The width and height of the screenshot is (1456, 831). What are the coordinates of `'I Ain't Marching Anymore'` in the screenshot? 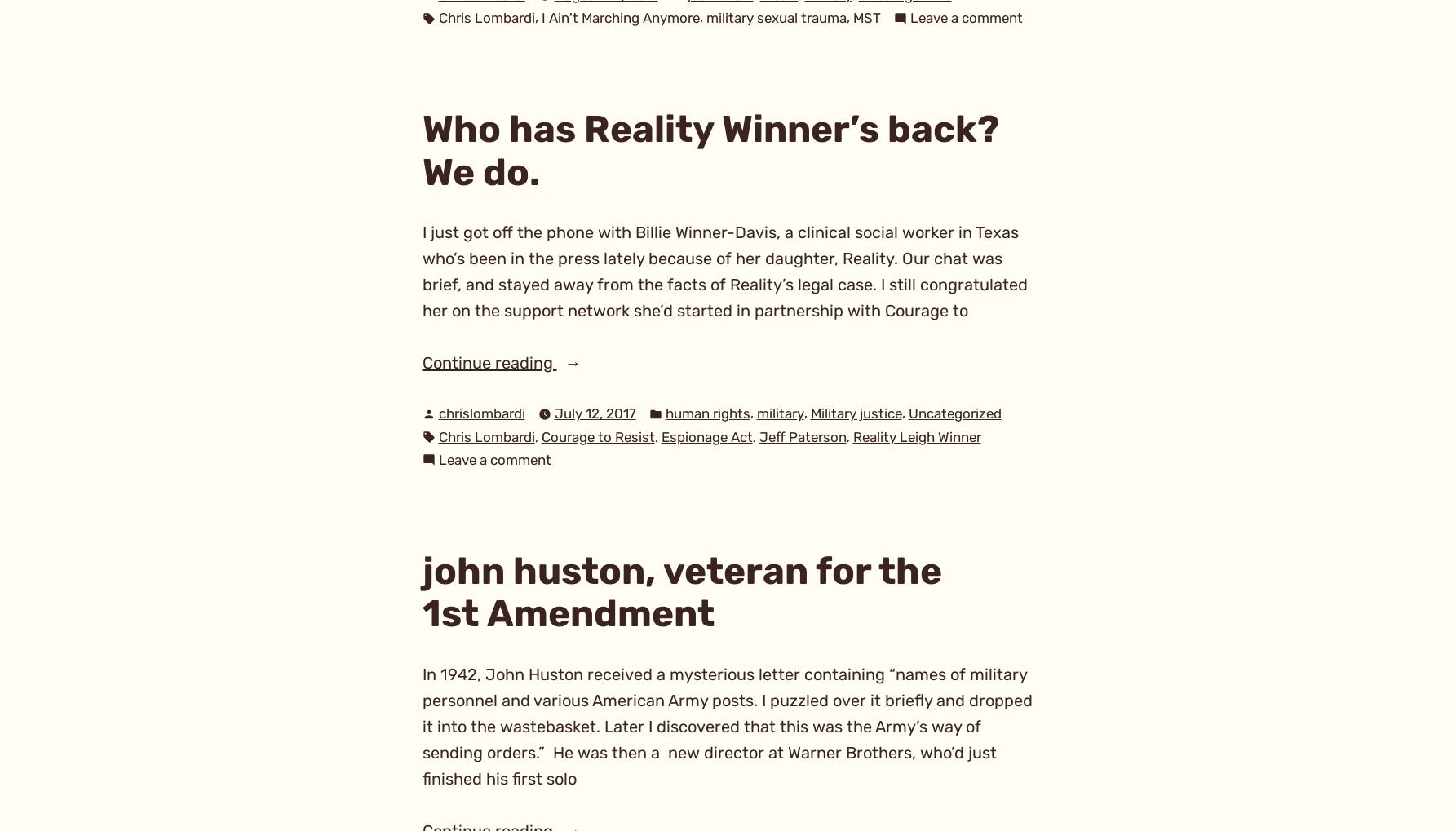 It's located at (539, 17).